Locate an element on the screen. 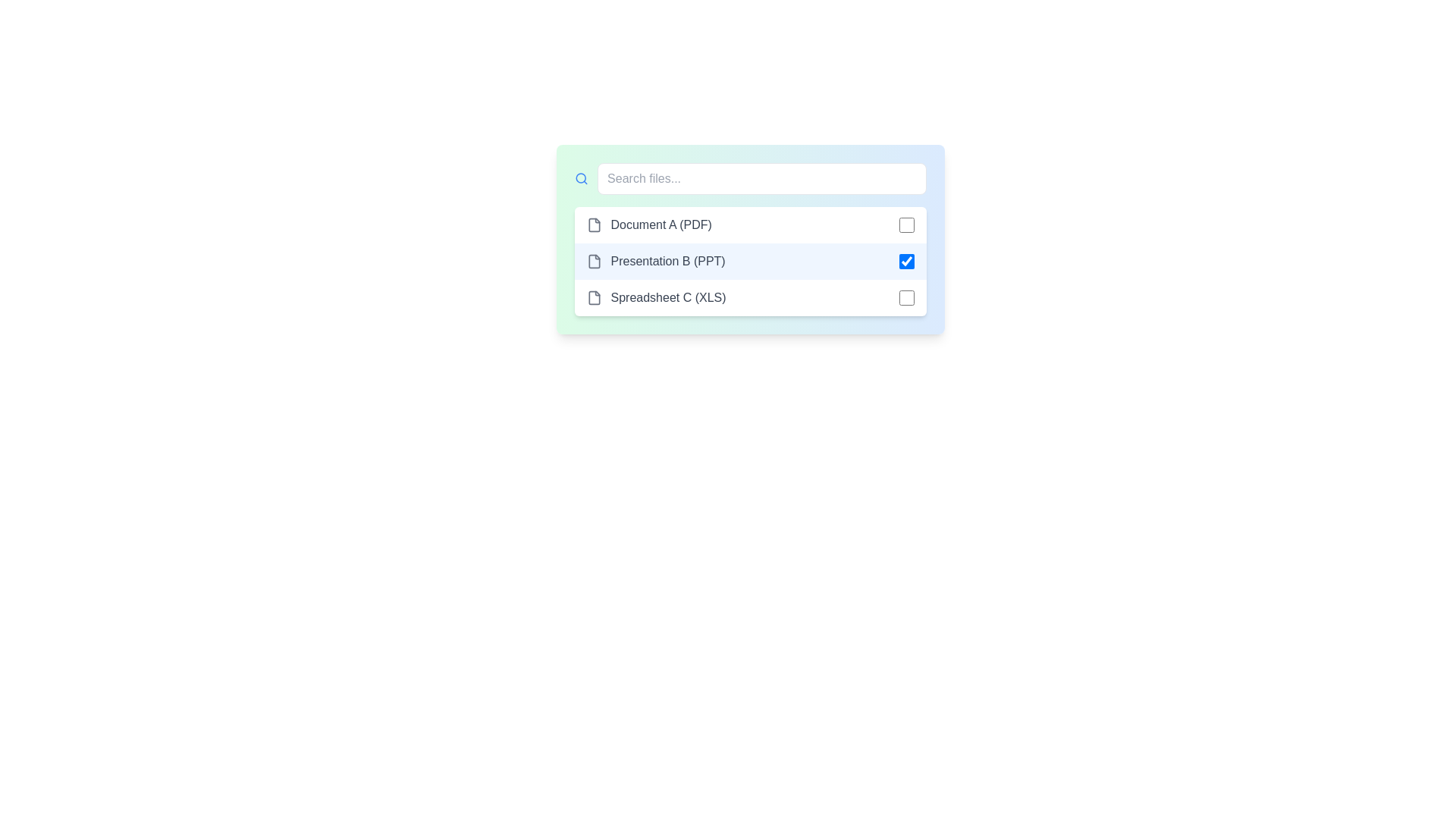  the search input field to focus it is located at coordinates (761, 177).